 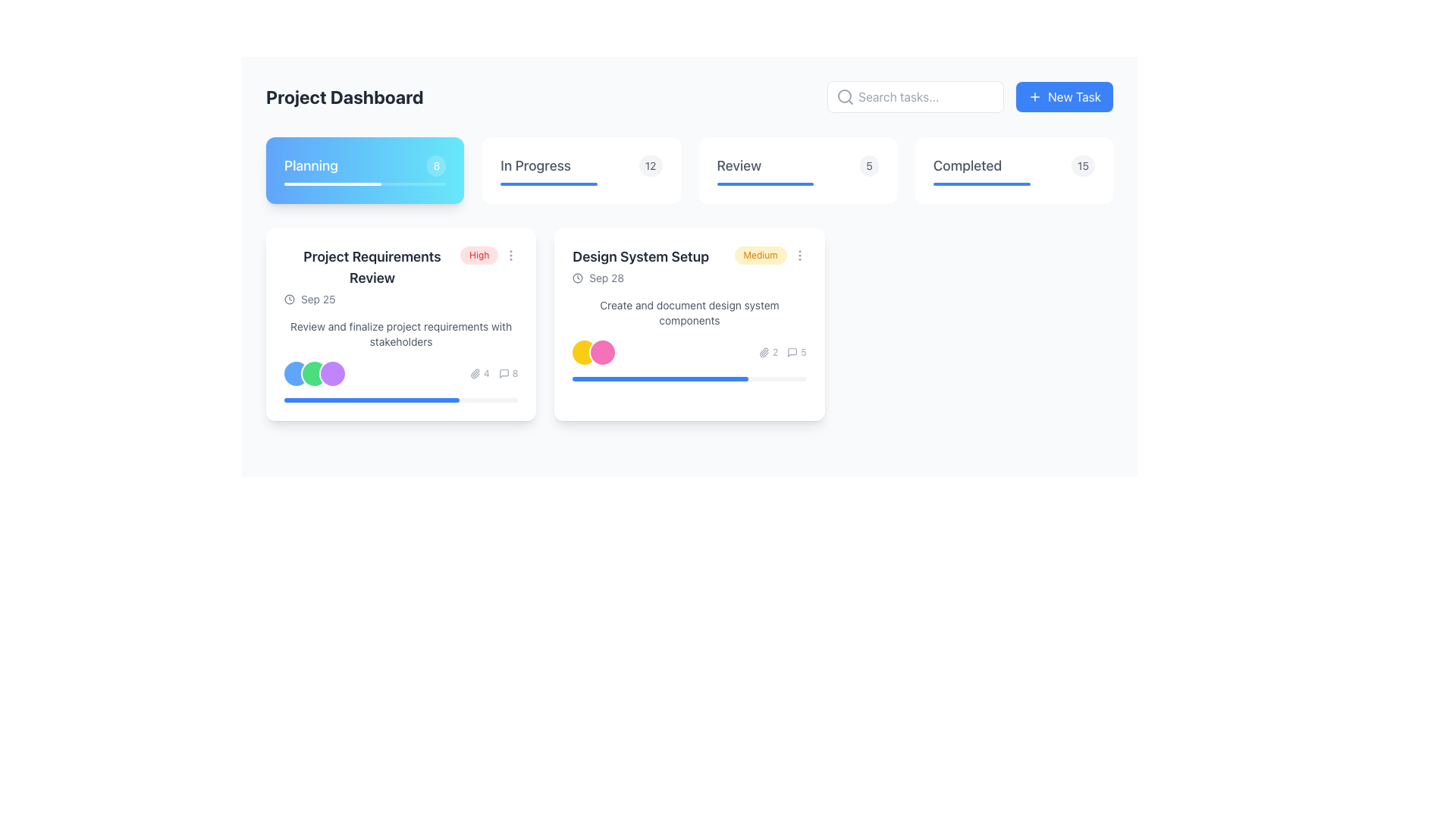 I want to click on the informational badge displaying the number '5', so click(x=869, y=166).